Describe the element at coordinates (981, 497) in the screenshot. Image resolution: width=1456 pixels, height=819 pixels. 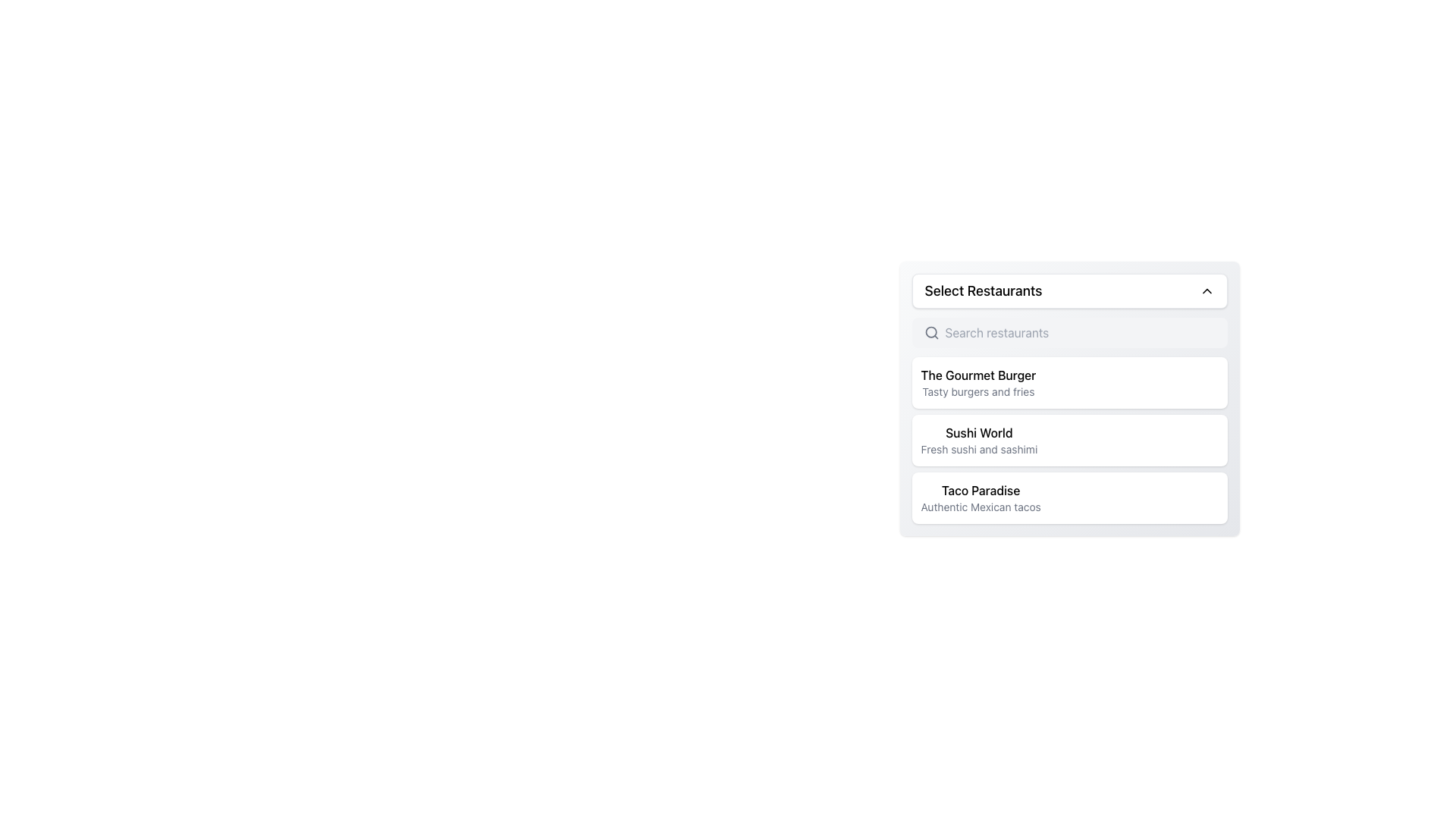
I see `the 'Taco Paradise' text element in the selectable card` at that location.